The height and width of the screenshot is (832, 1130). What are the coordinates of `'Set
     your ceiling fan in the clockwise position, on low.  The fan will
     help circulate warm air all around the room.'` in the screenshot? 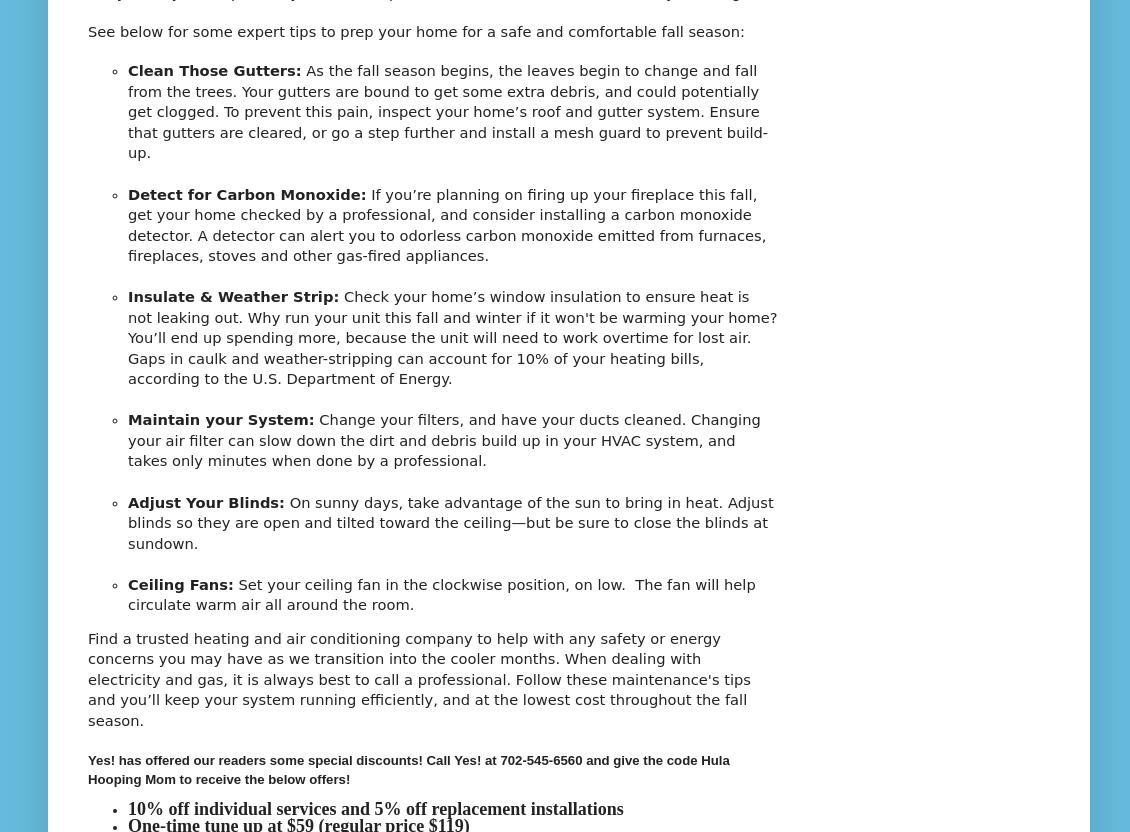 It's located at (441, 592).